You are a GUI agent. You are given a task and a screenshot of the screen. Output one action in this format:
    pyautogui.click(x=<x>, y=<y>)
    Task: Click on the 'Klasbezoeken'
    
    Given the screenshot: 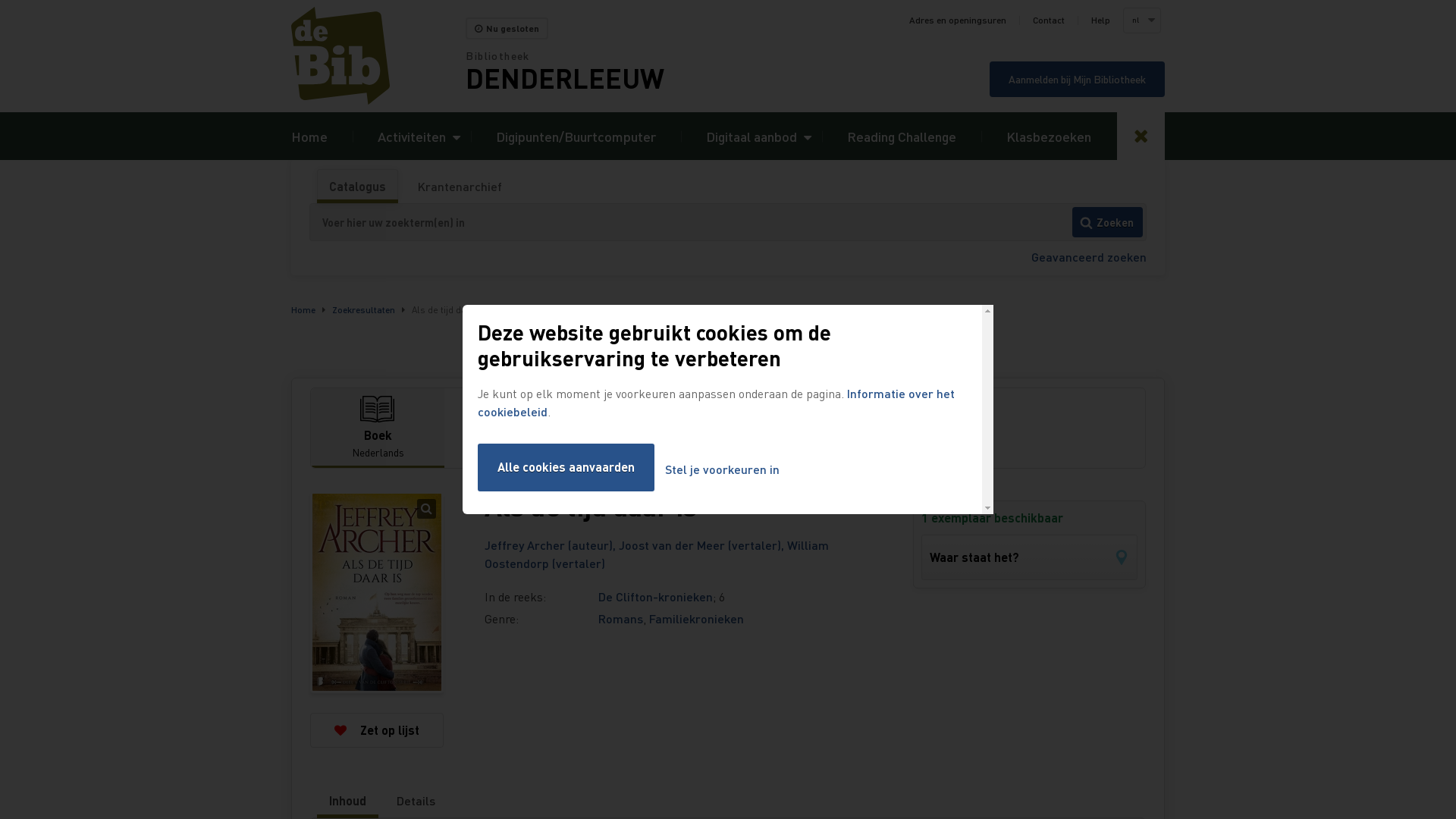 What is the action you would take?
    pyautogui.click(x=1047, y=135)
    